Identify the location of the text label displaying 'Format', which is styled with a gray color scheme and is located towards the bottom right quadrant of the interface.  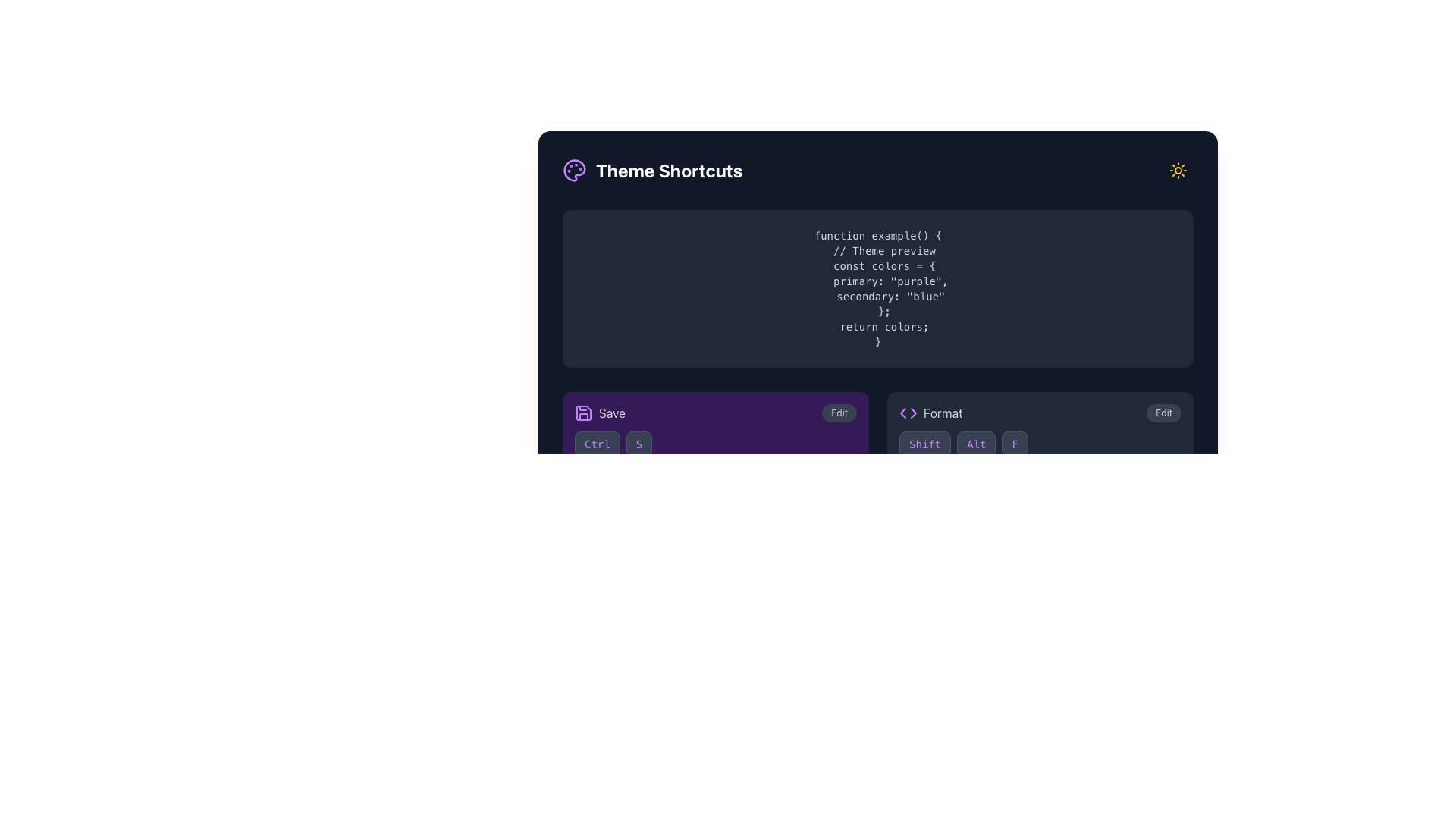
(942, 413).